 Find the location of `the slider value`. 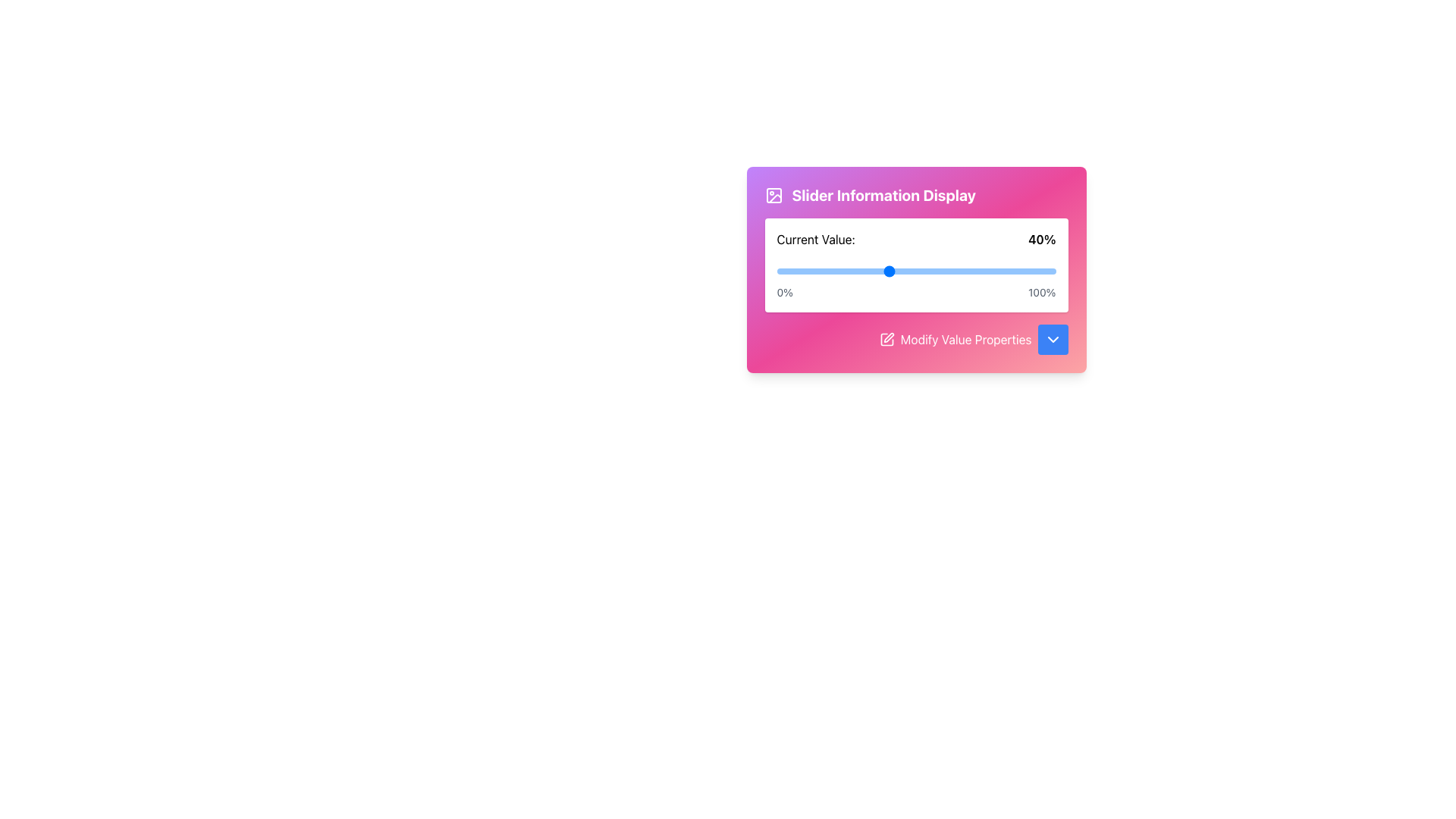

the slider value is located at coordinates (1052, 271).